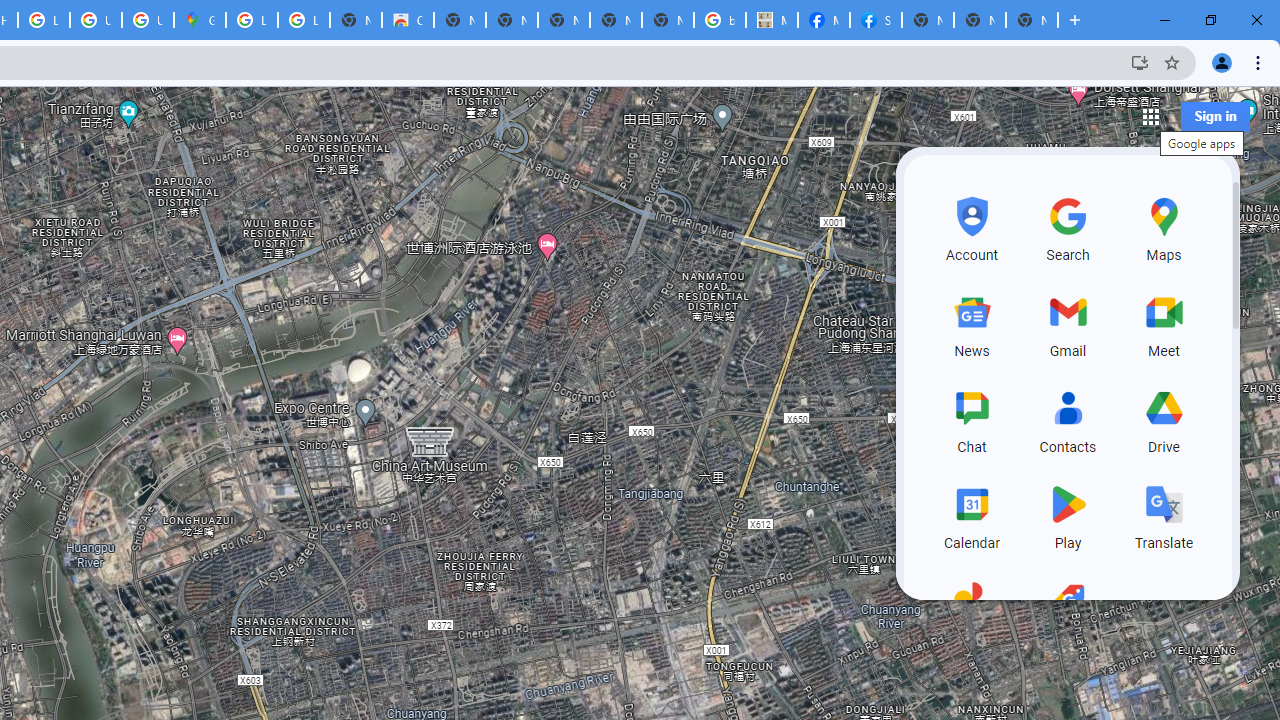  Describe the element at coordinates (406, 20) in the screenshot. I see `'Chrome Web Store'` at that location.